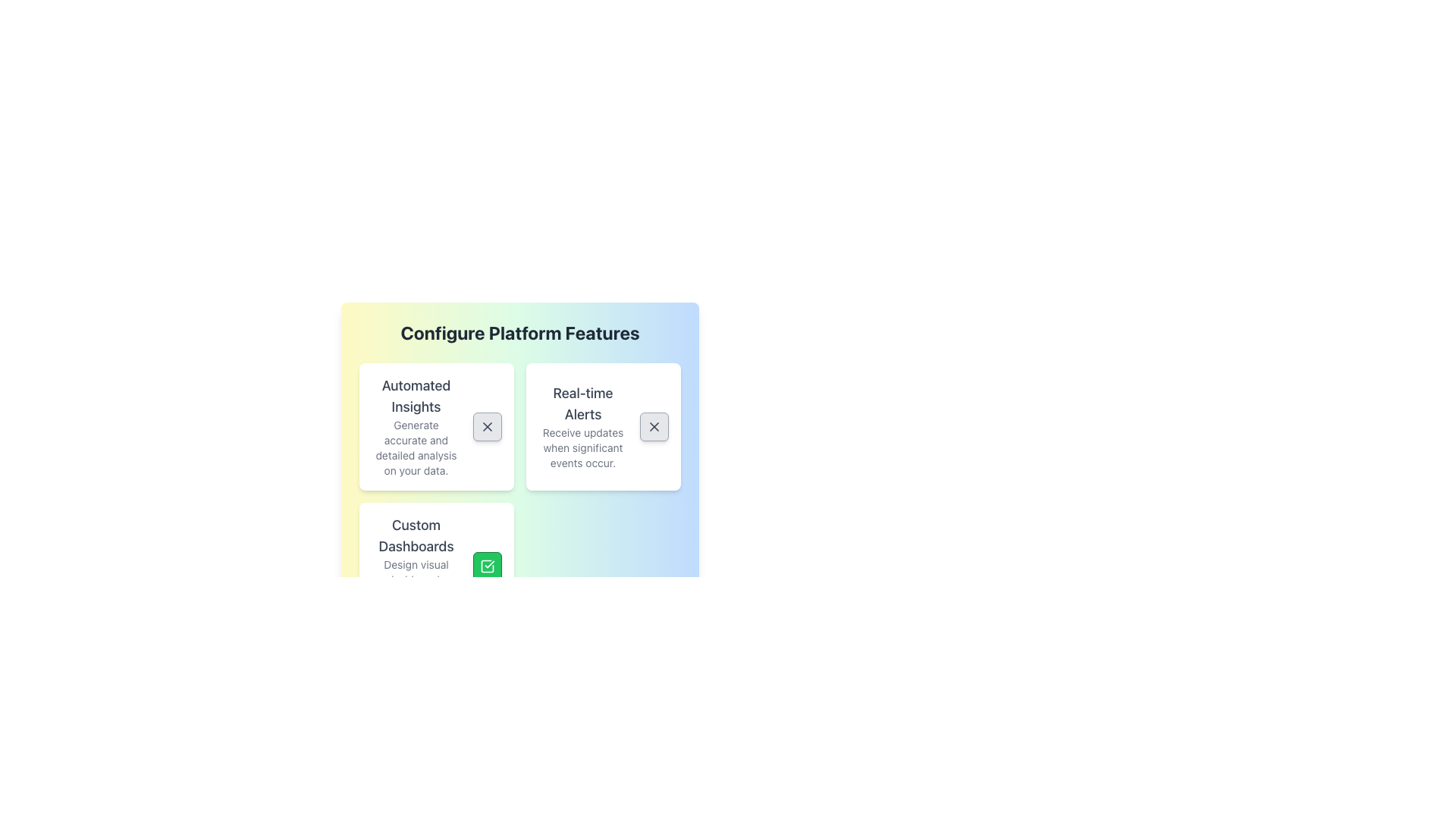 This screenshot has height=819, width=1456. I want to click on the close icon located at the top-left part of the 'Automated Insights' card, so click(488, 427).